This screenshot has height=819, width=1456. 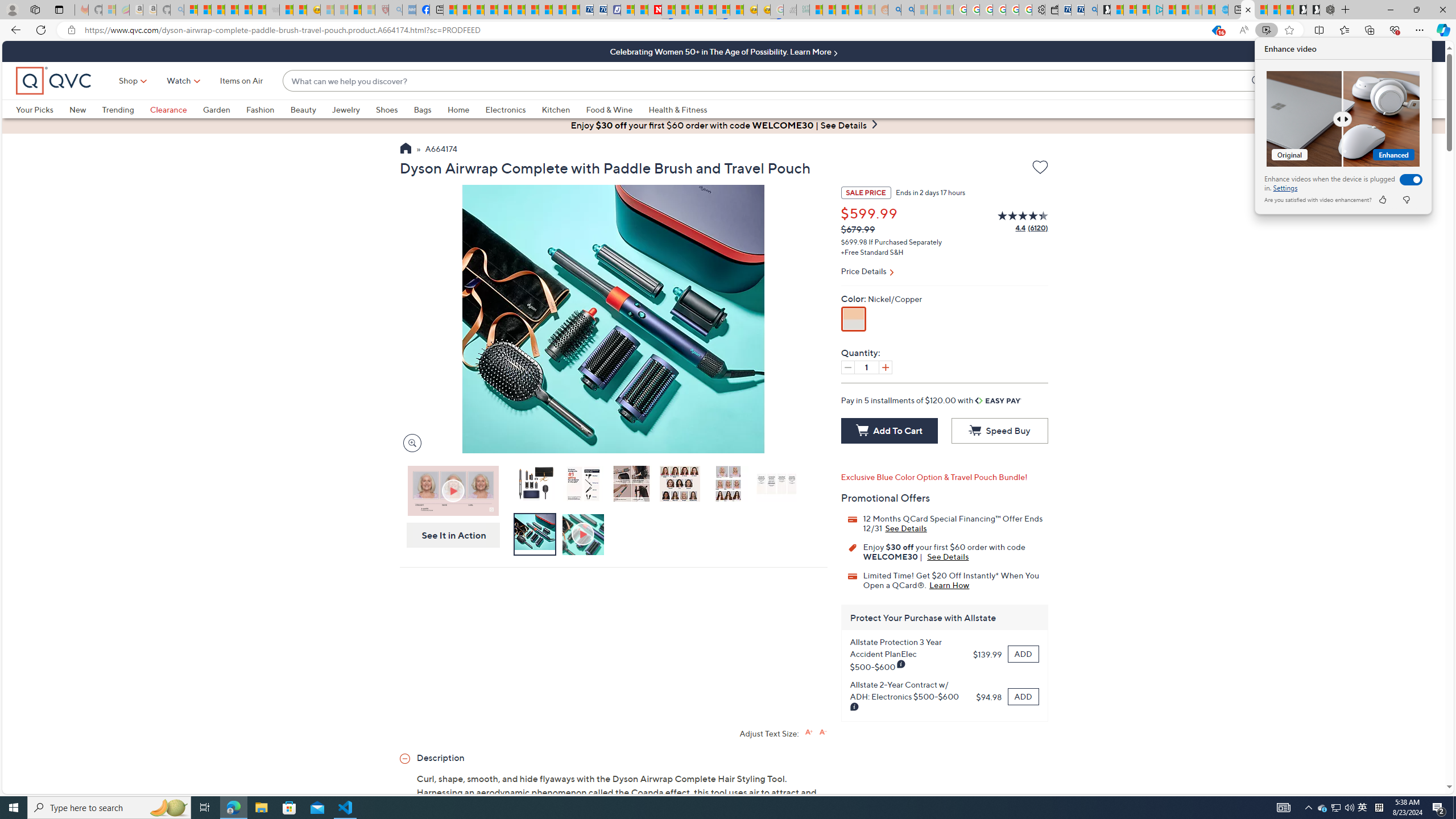 What do you see at coordinates (345, 109) in the screenshot?
I see `'Jewelry'` at bounding box center [345, 109].